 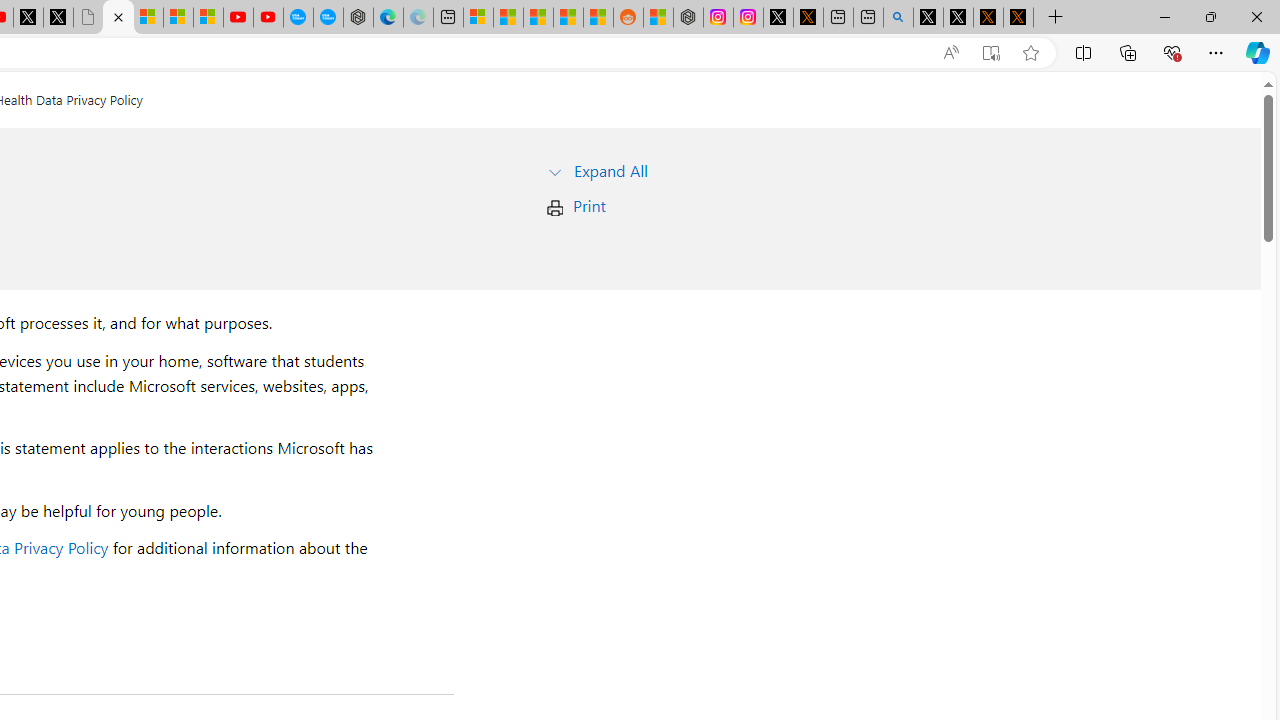 What do you see at coordinates (957, 17) in the screenshot?
I see `'GitHub (@github) / X'` at bounding box center [957, 17].